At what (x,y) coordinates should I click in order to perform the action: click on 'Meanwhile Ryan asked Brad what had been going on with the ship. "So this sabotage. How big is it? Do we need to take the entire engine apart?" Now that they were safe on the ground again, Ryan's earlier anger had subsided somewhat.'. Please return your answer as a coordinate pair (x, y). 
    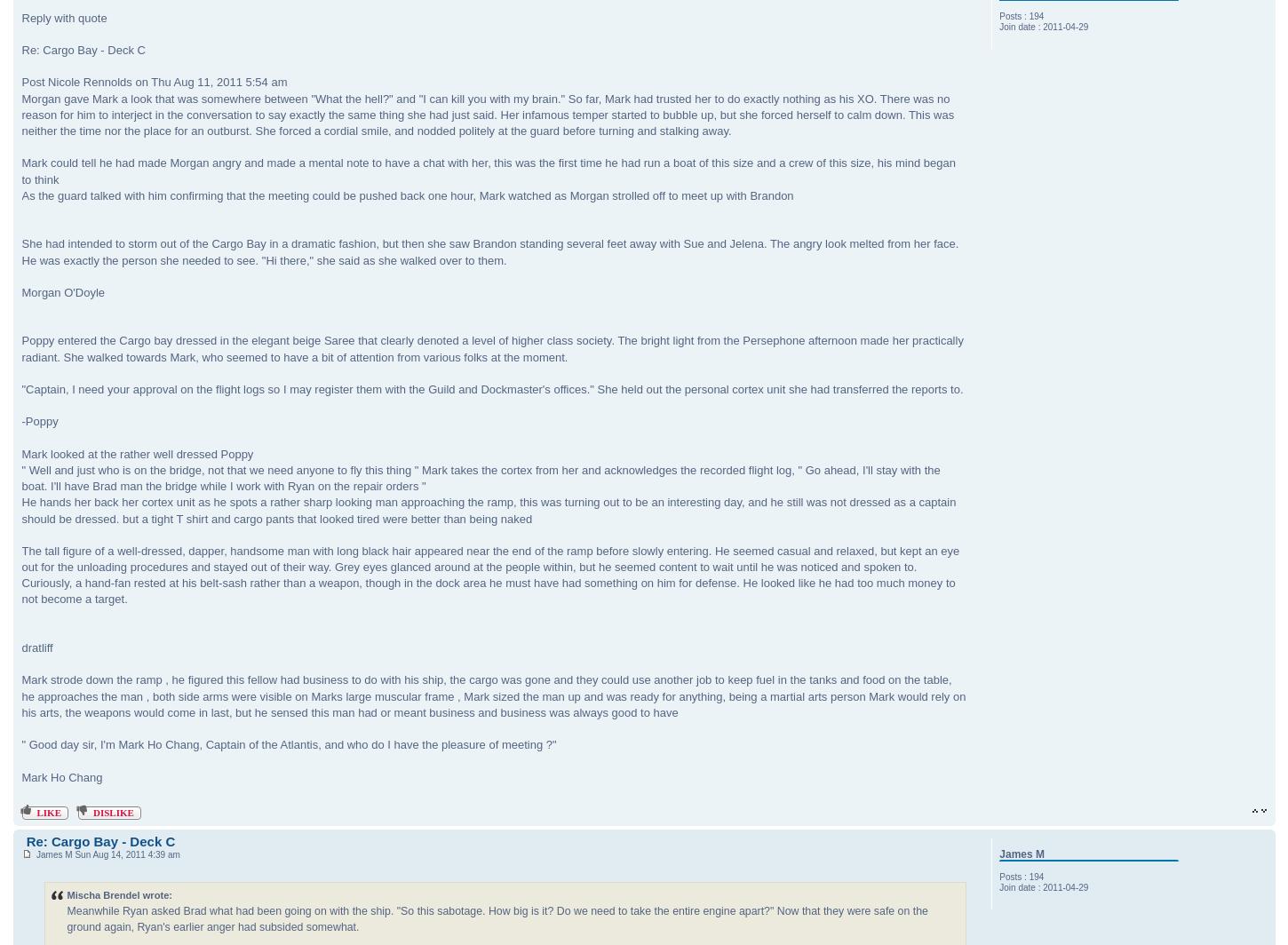
    Looking at the image, I should click on (66, 917).